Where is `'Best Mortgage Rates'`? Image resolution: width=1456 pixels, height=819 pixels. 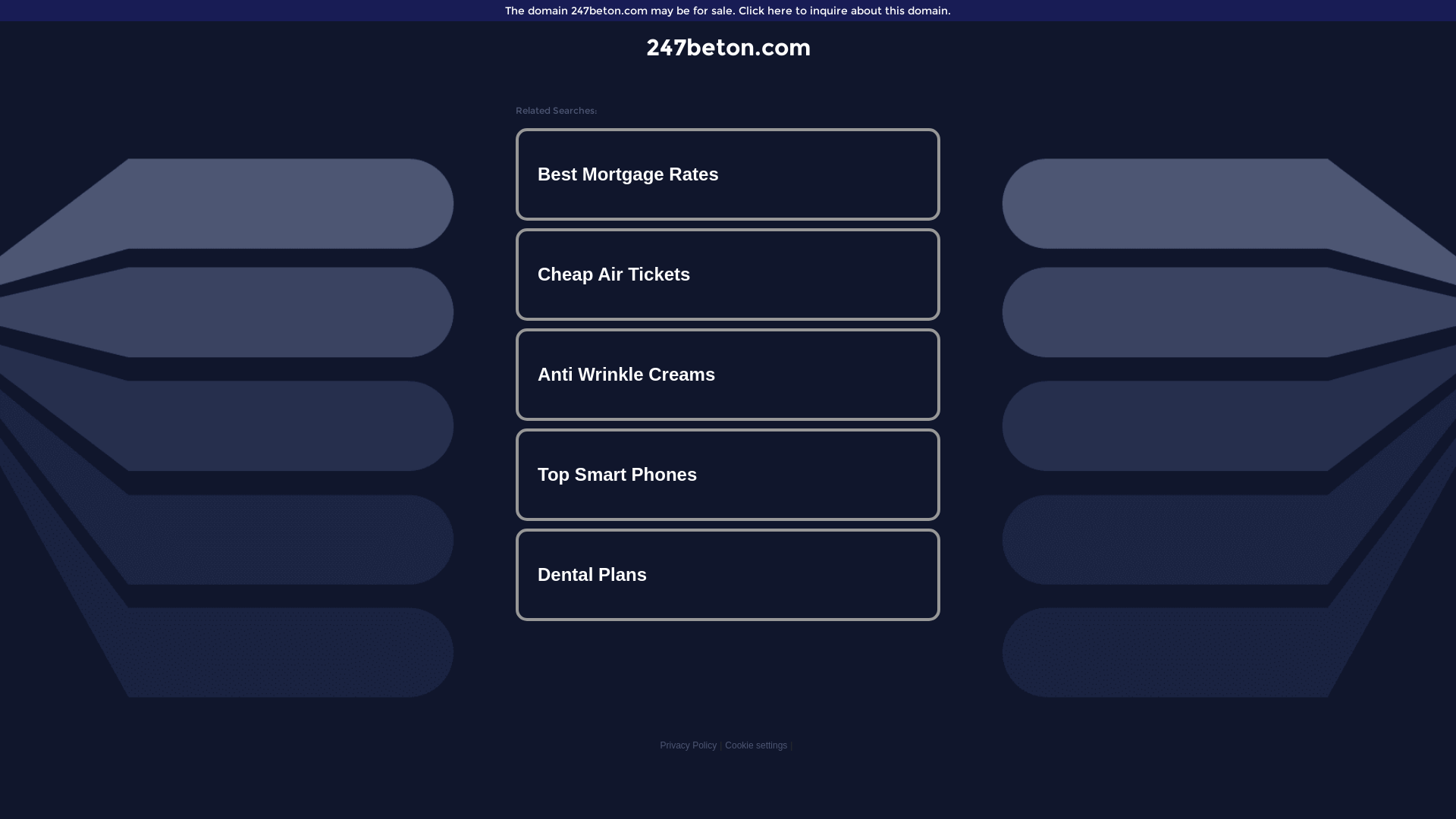 'Best Mortgage Rates' is located at coordinates (728, 174).